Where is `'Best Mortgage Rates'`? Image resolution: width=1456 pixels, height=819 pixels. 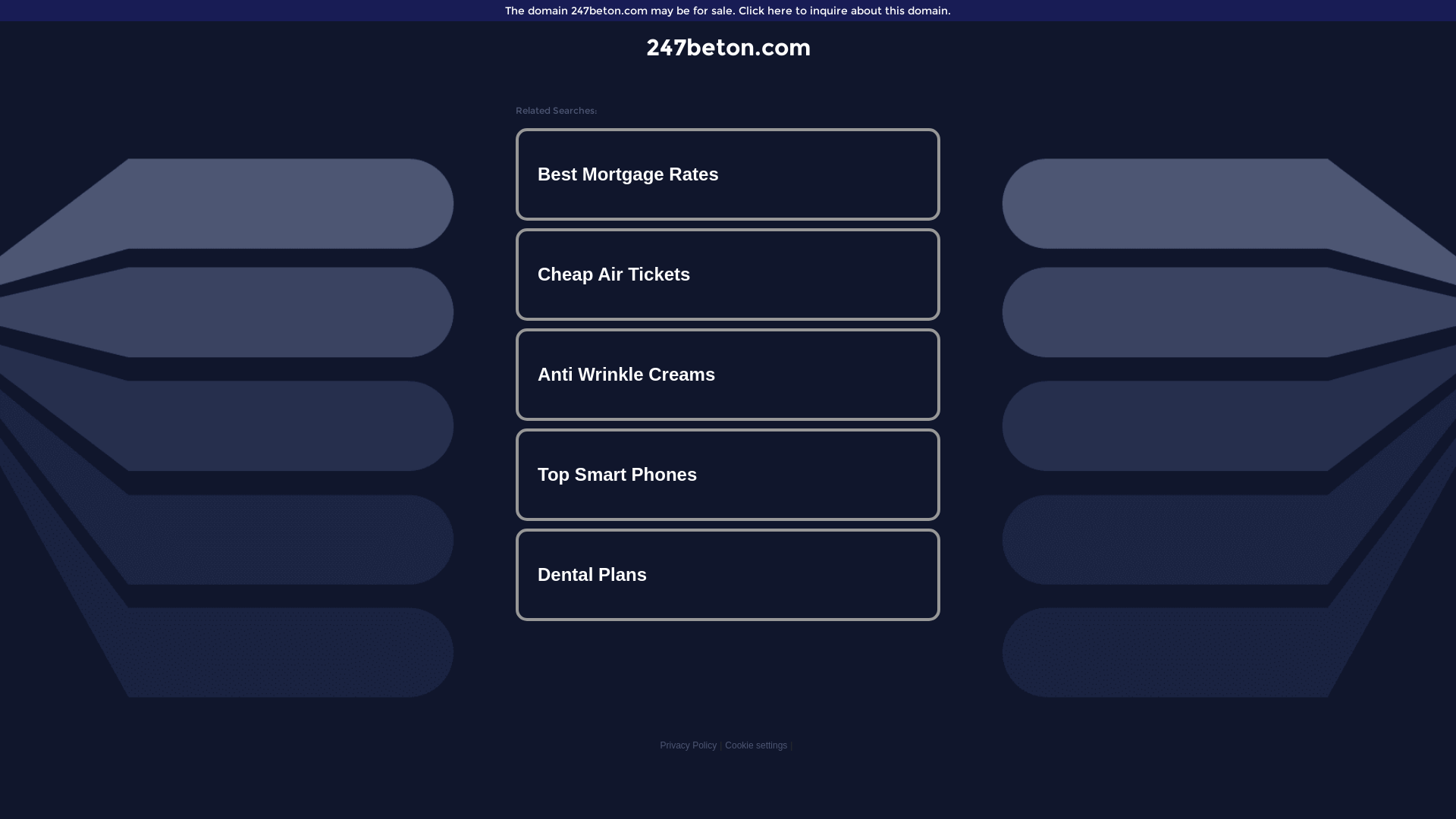 'Best Mortgage Rates' is located at coordinates (728, 174).